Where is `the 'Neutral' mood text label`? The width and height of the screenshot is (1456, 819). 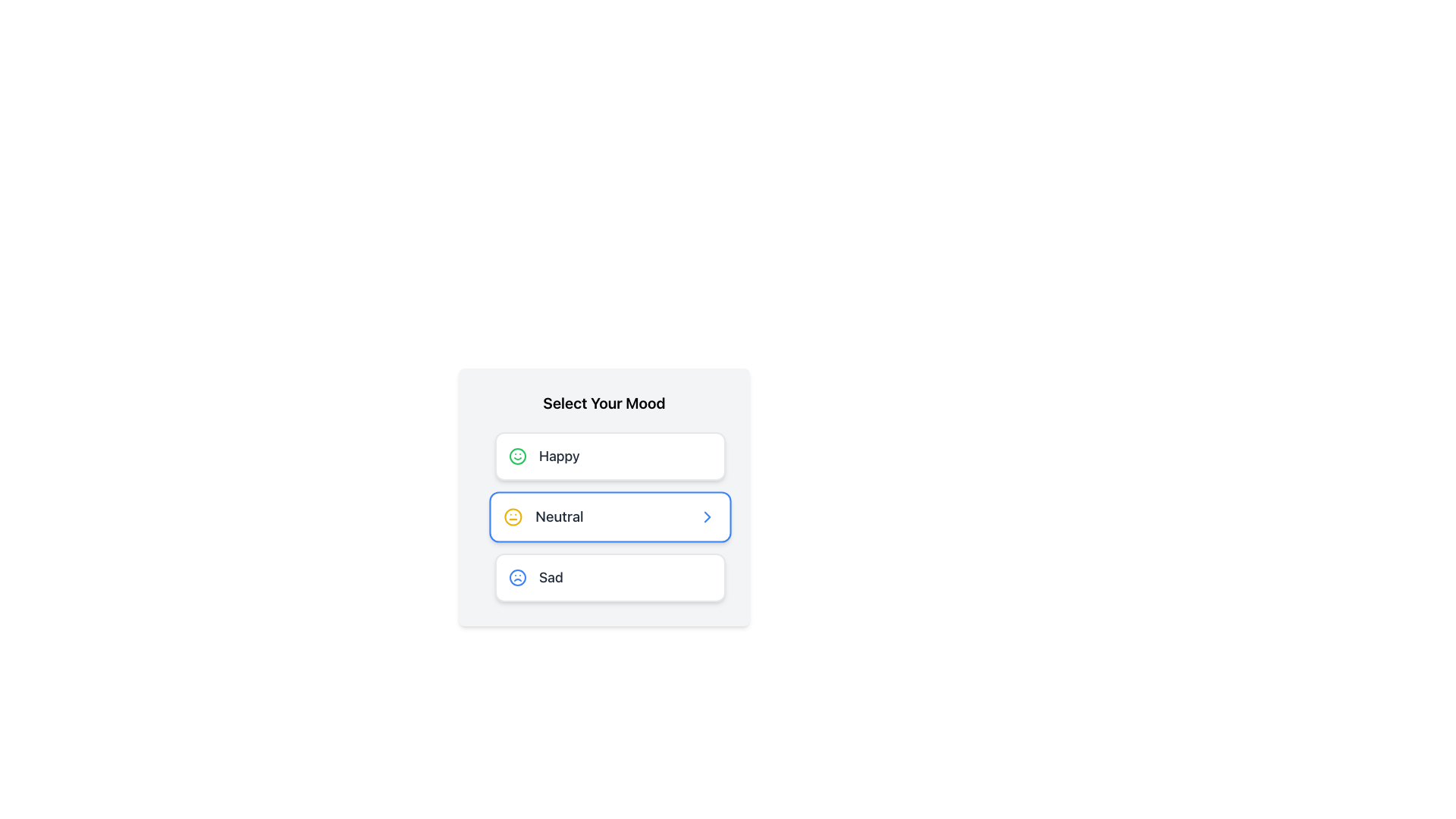 the 'Neutral' mood text label is located at coordinates (558, 516).